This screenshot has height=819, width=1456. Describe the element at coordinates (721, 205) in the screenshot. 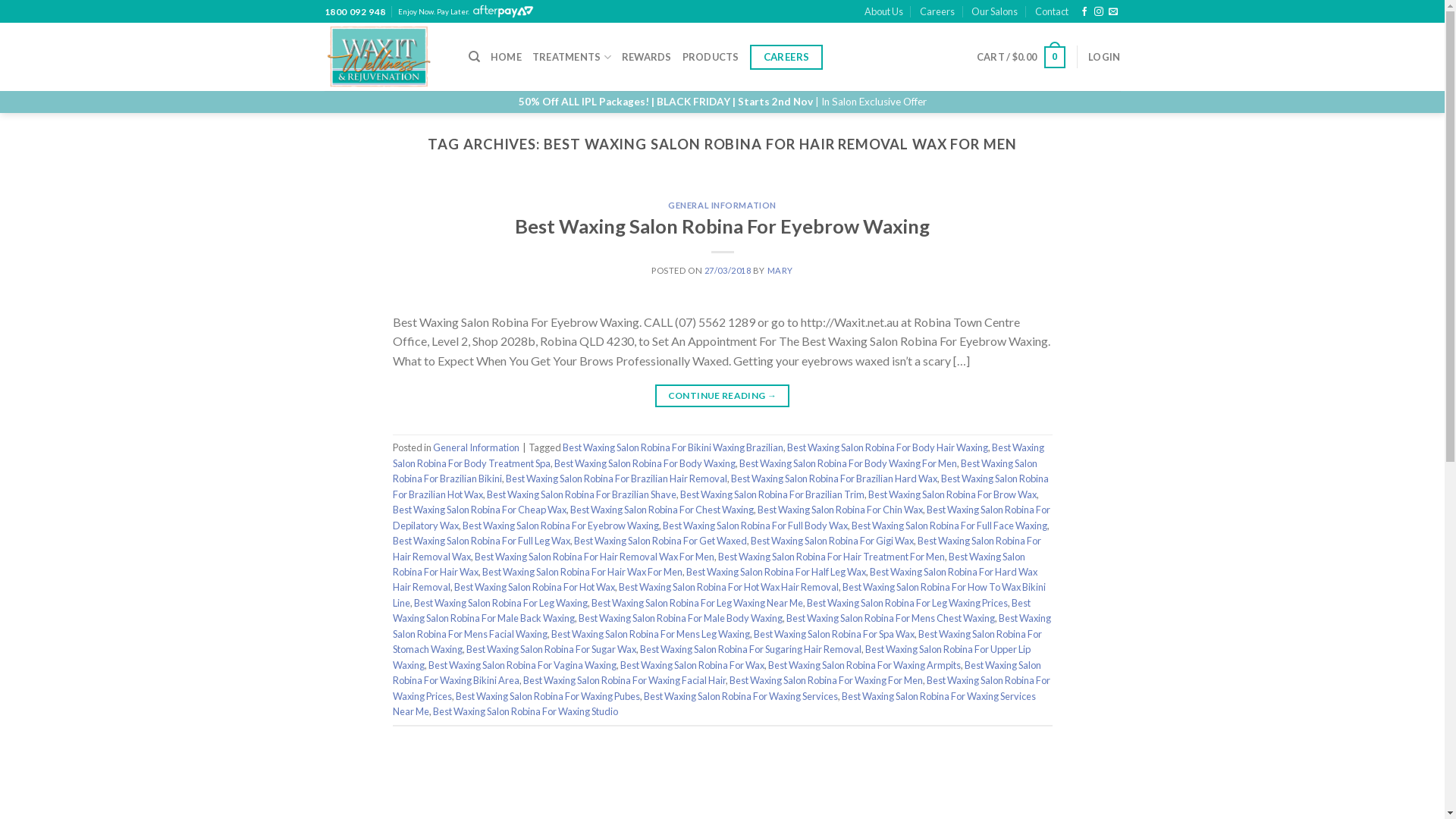

I see `'GENERAL INFORMATION'` at that location.